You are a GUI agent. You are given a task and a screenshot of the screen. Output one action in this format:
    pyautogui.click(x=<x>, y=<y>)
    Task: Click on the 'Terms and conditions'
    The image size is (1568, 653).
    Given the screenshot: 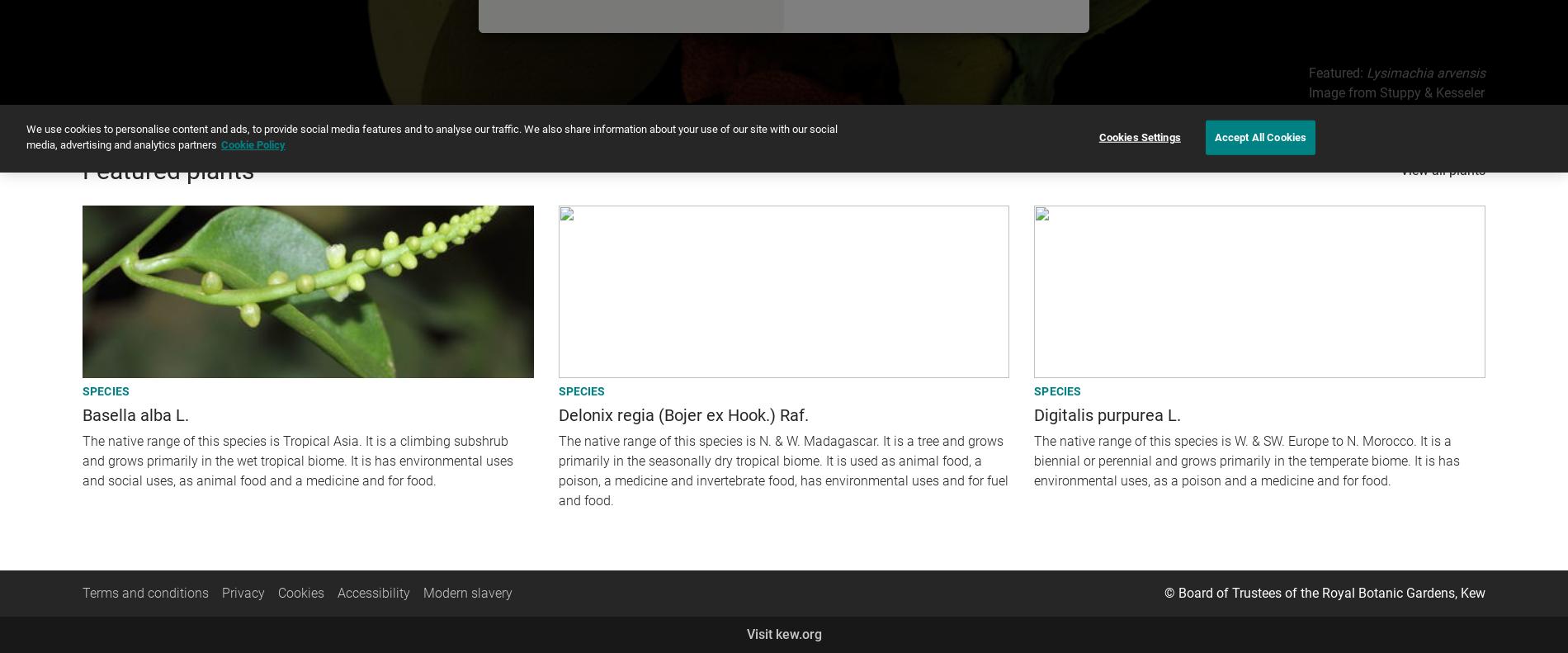 What is the action you would take?
    pyautogui.click(x=145, y=591)
    